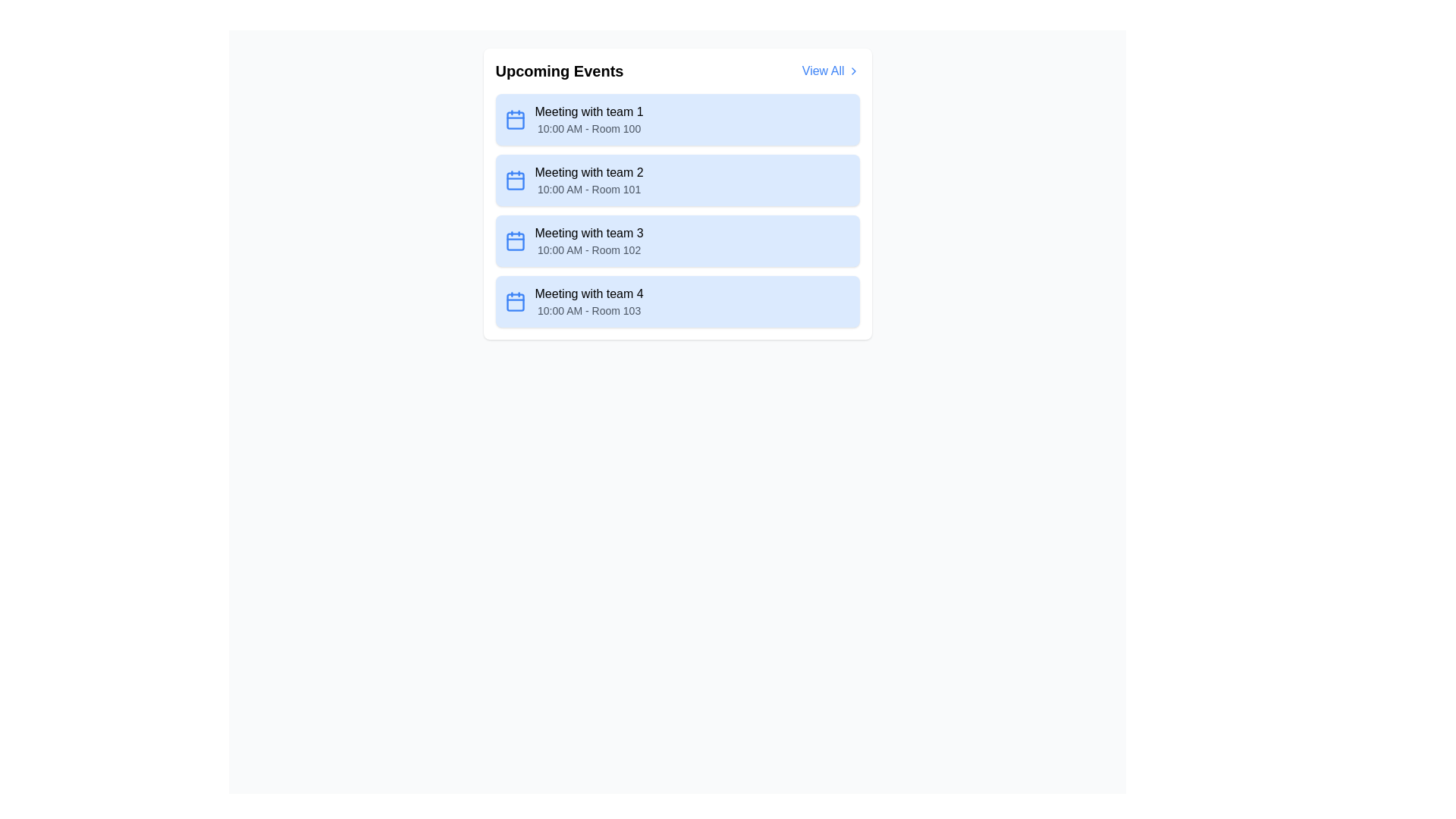  I want to click on the text label displaying '10:00 AM - Room 103', which is styled in a small gray font and positioned below the title 'Meeting with team 4', so click(588, 309).